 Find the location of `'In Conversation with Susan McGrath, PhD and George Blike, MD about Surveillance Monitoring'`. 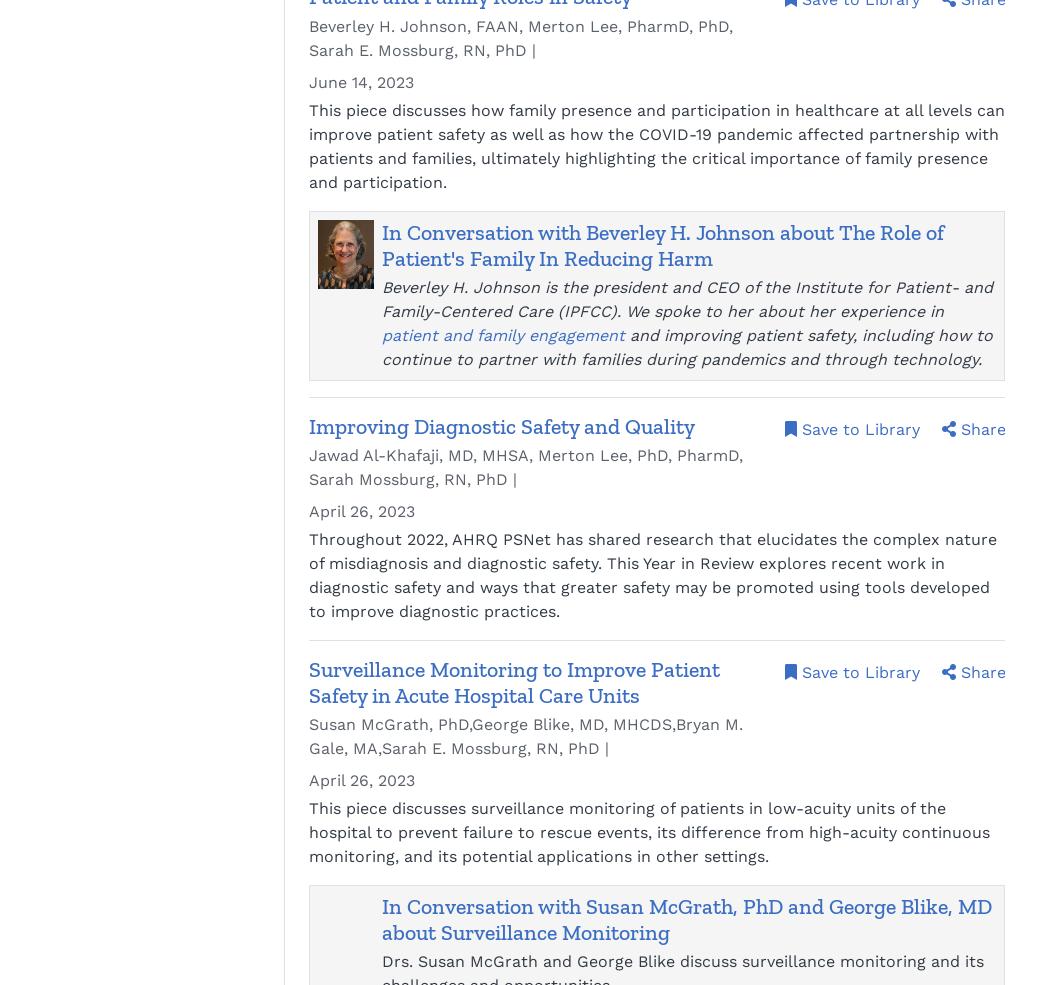

'In Conversation with Susan McGrath, PhD and George Blike, MD about Surveillance Monitoring' is located at coordinates (686, 919).